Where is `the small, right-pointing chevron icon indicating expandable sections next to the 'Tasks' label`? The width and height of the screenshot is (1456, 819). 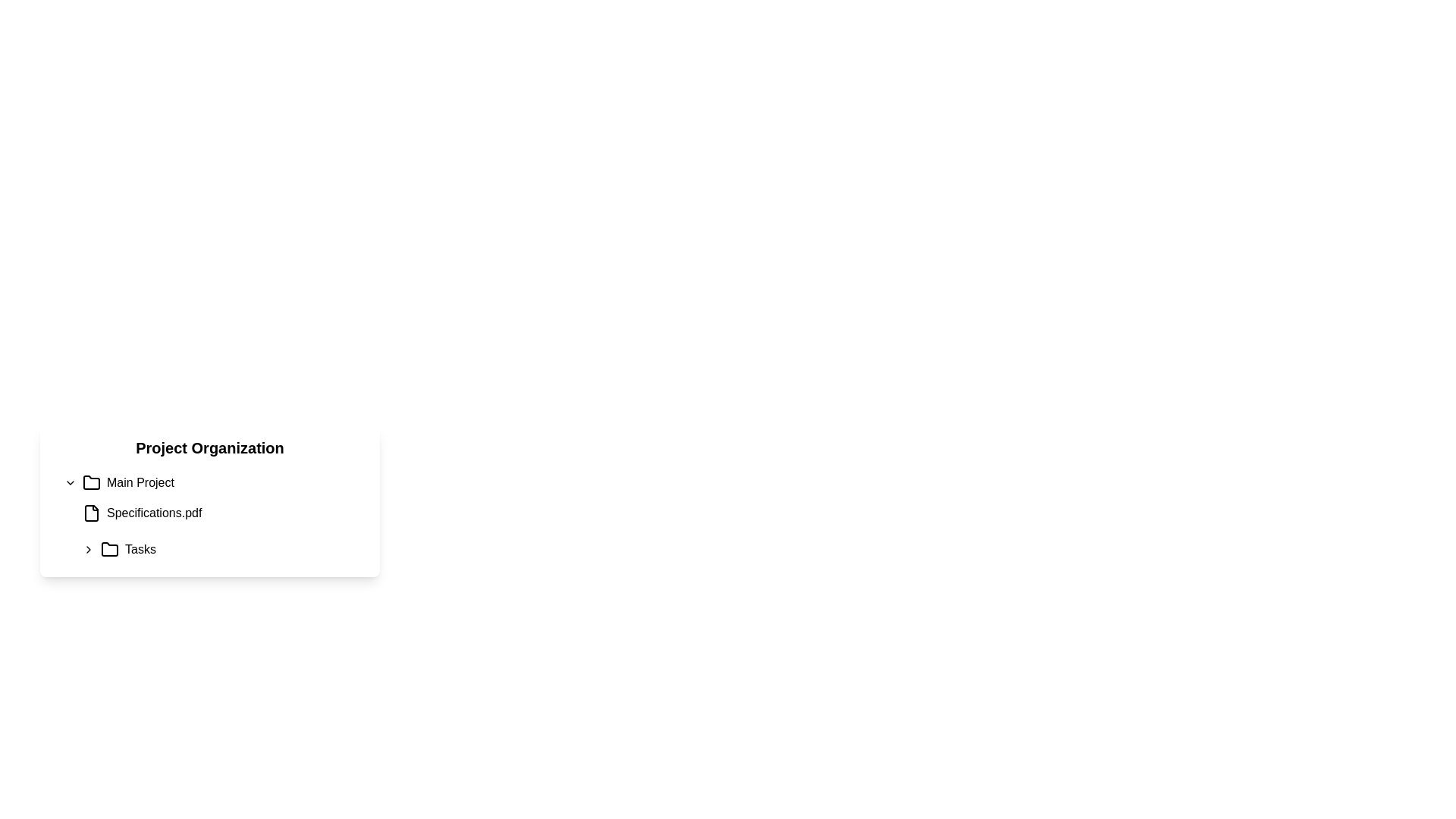
the small, right-pointing chevron icon indicating expandable sections next to the 'Tasks' label is located at coordinates (87, 550).